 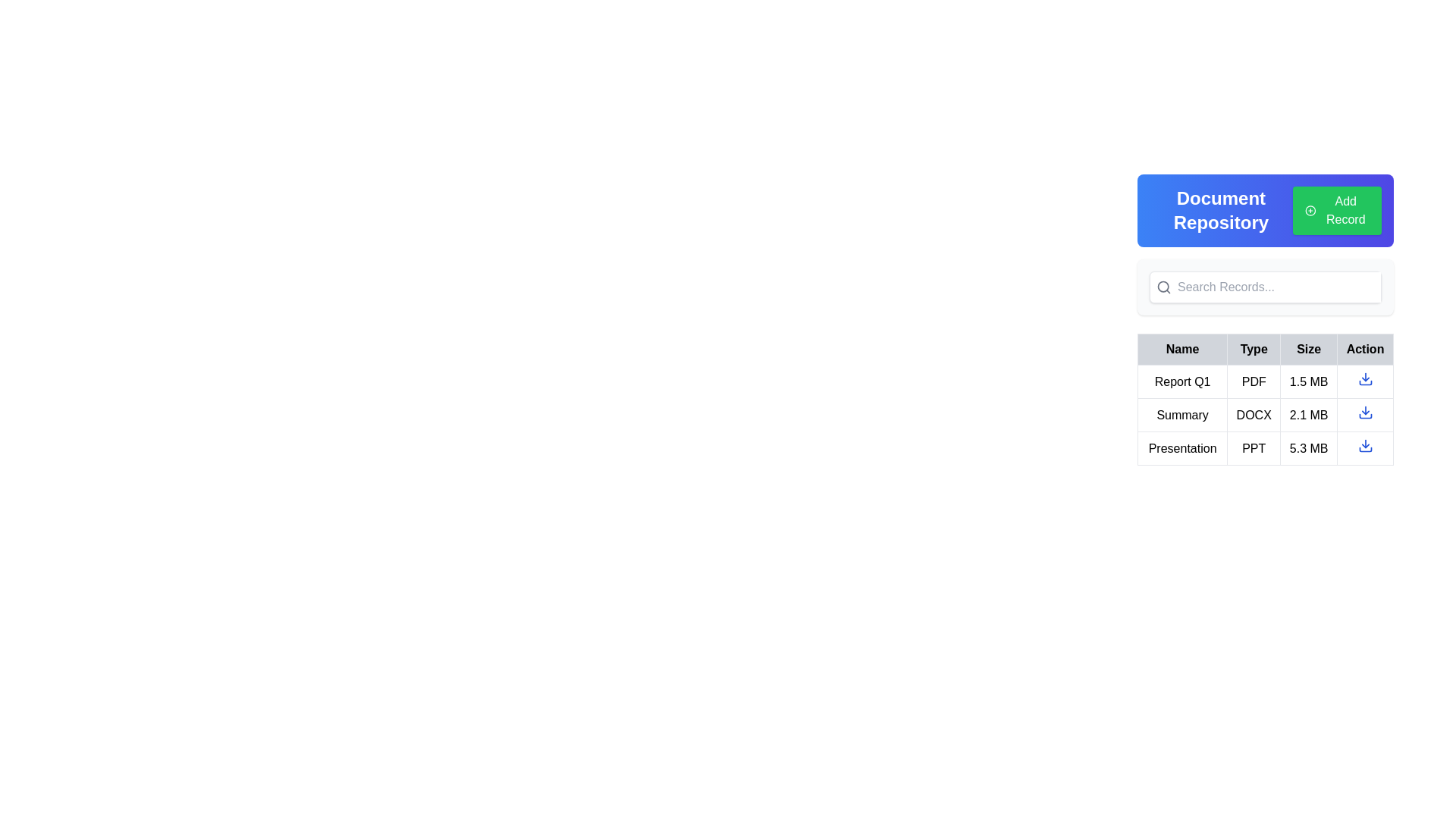 I want to click on the Text label that describes the file type of the presentation file, positioned between 'Presentation' and '5.3 MB' in the document details table, so click(x=1254, y=447).